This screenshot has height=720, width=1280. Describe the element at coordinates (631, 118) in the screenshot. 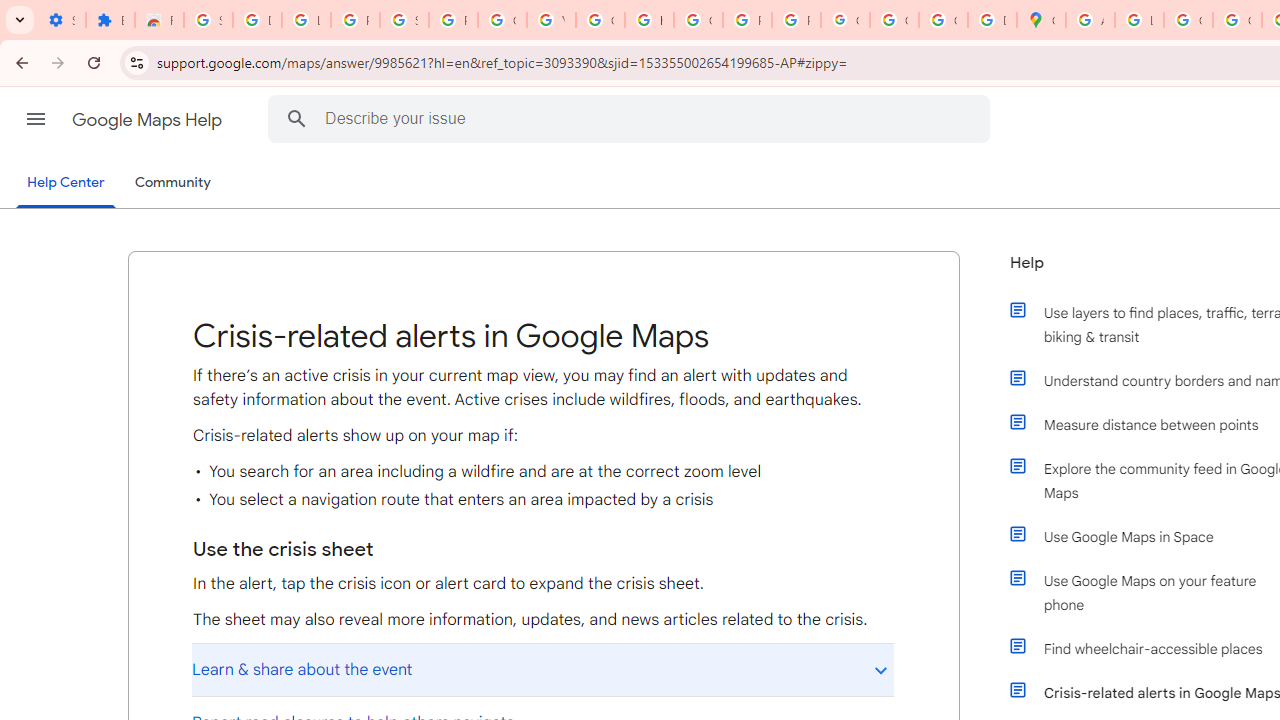

I see `'Describe your issue'` at that location.